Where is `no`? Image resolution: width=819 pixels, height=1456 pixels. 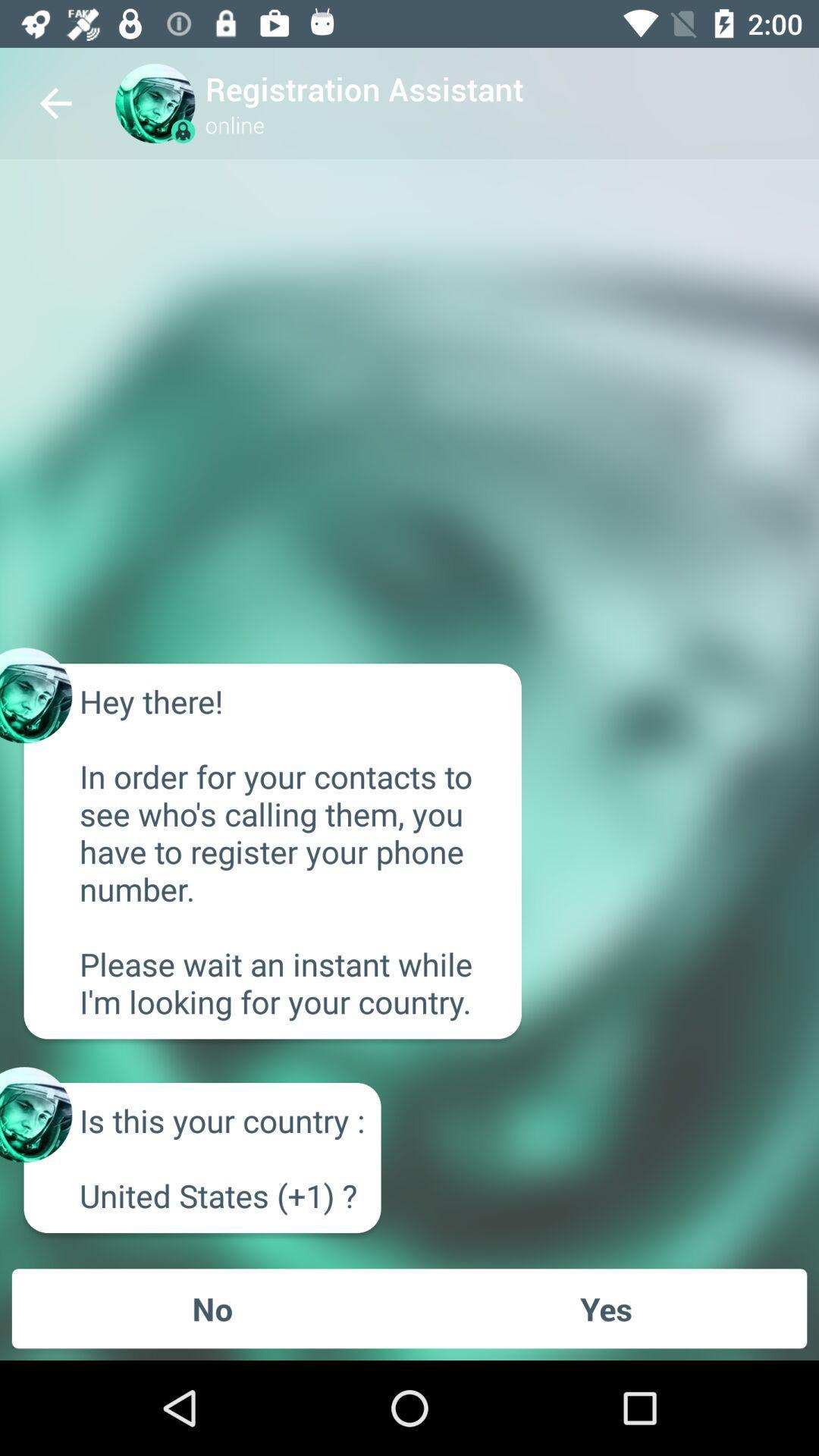
no is located at coordinates (212, 1307).